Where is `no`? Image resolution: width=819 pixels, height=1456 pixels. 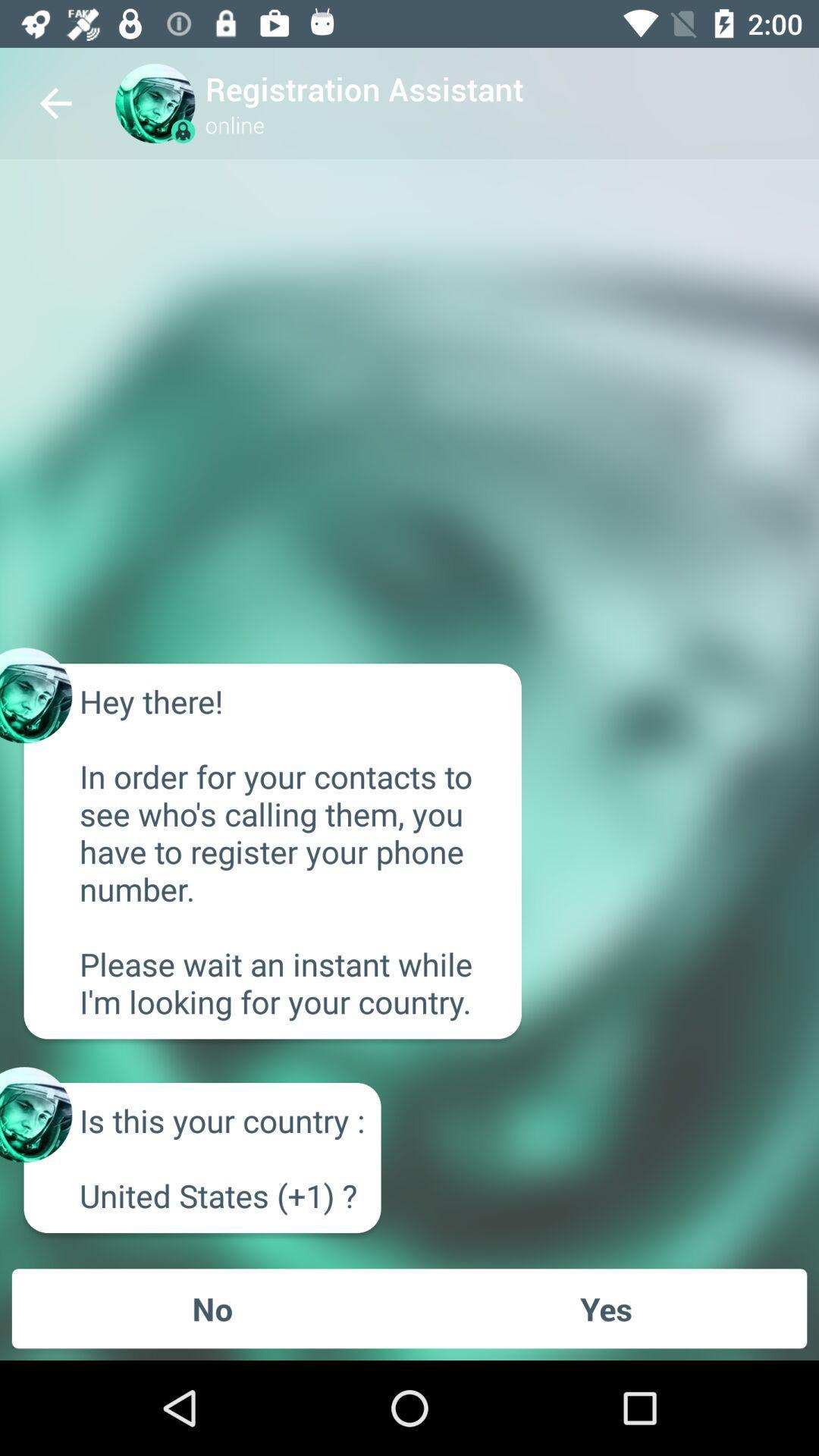
no is located at coordinates (212, 1307).